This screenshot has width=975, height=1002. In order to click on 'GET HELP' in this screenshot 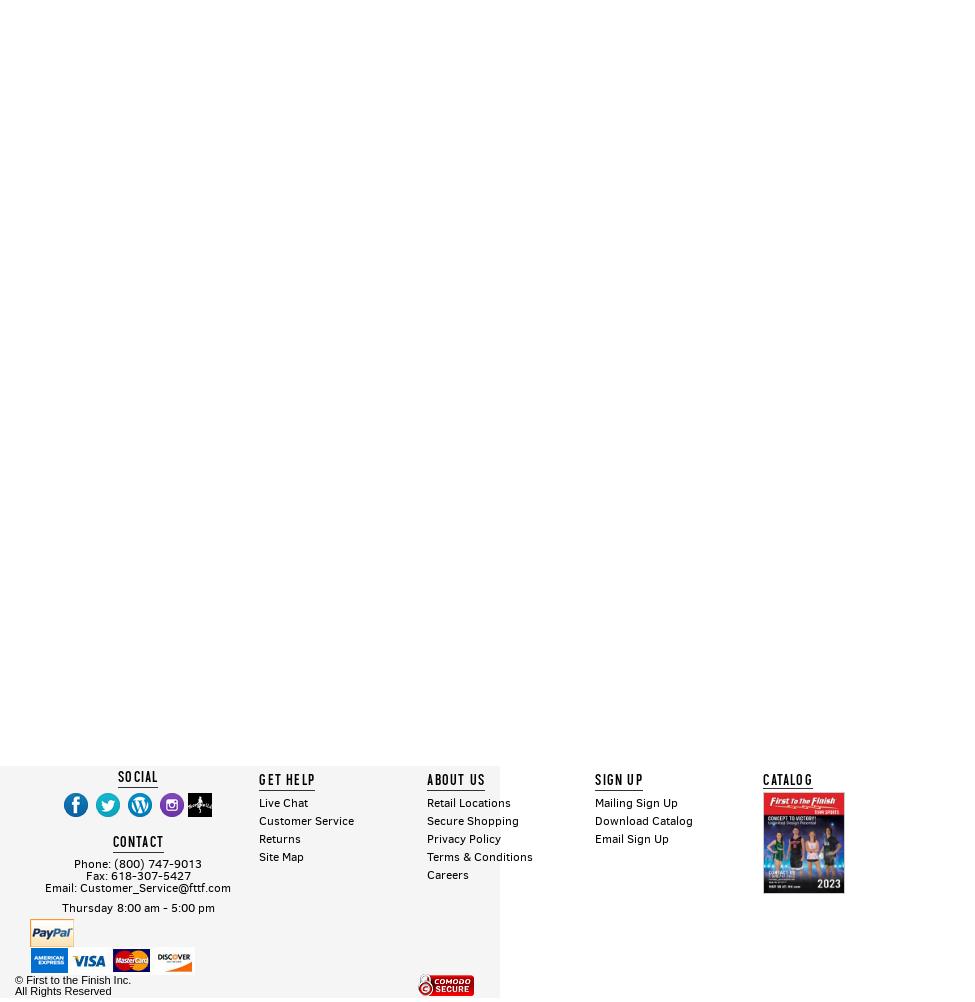, I will do `click(258, 779)`.